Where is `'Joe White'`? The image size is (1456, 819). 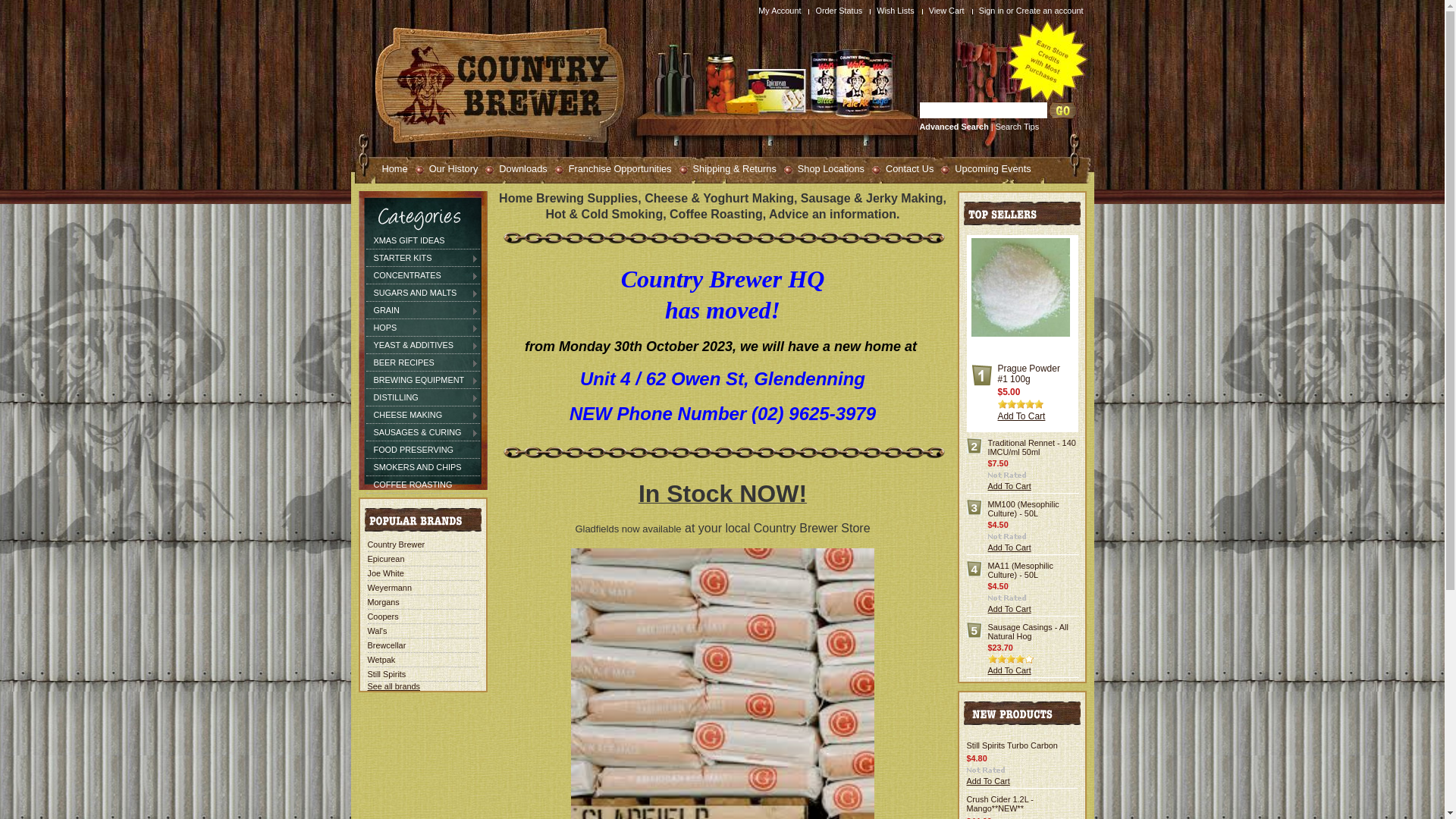
'Joe White' is located at coordinates (385, 573).